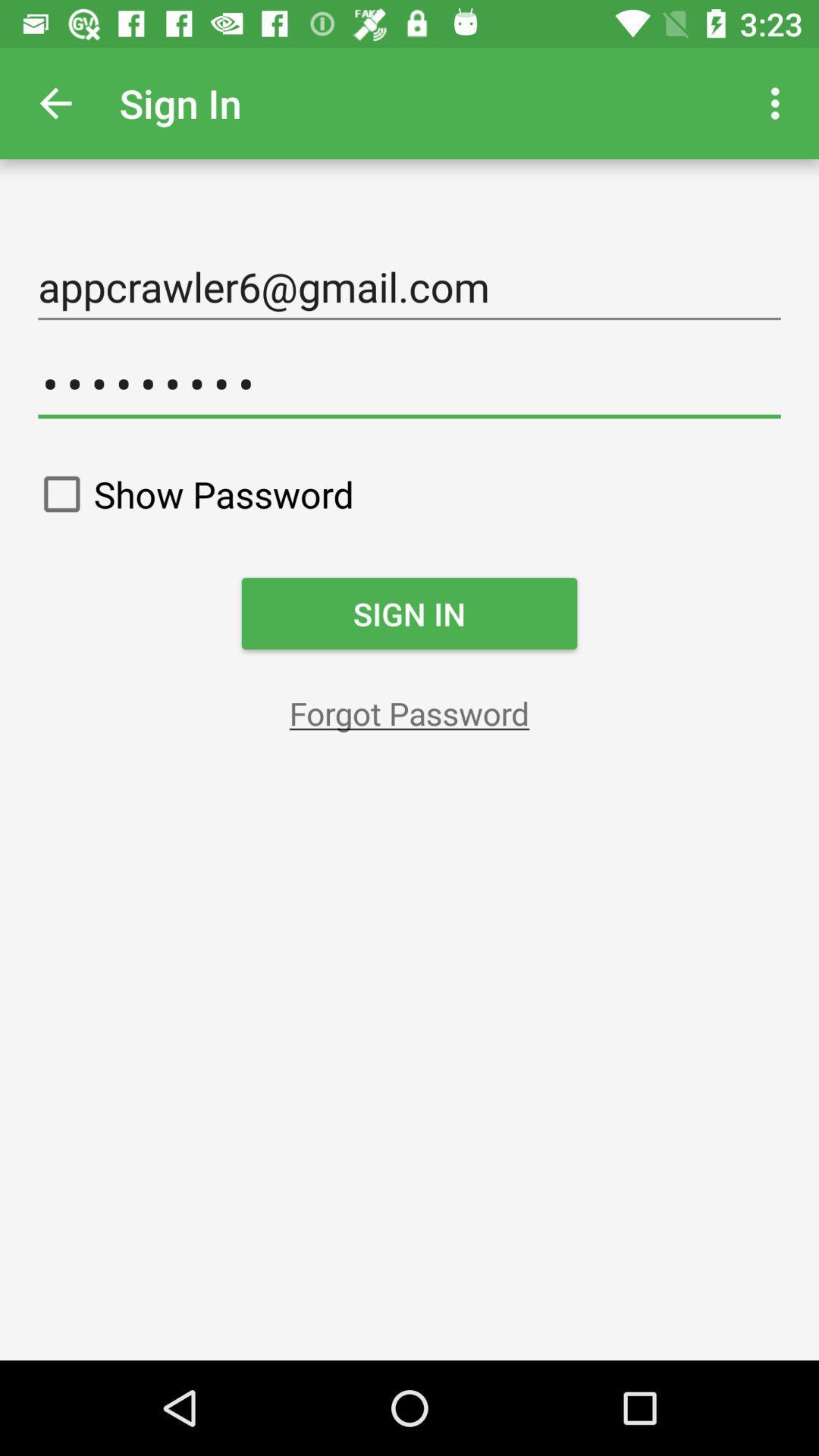  What do you see at coordinates (409, 287) in the screenshot?
I see `item above the crowd3116 item` at bounding box center [409, 287].